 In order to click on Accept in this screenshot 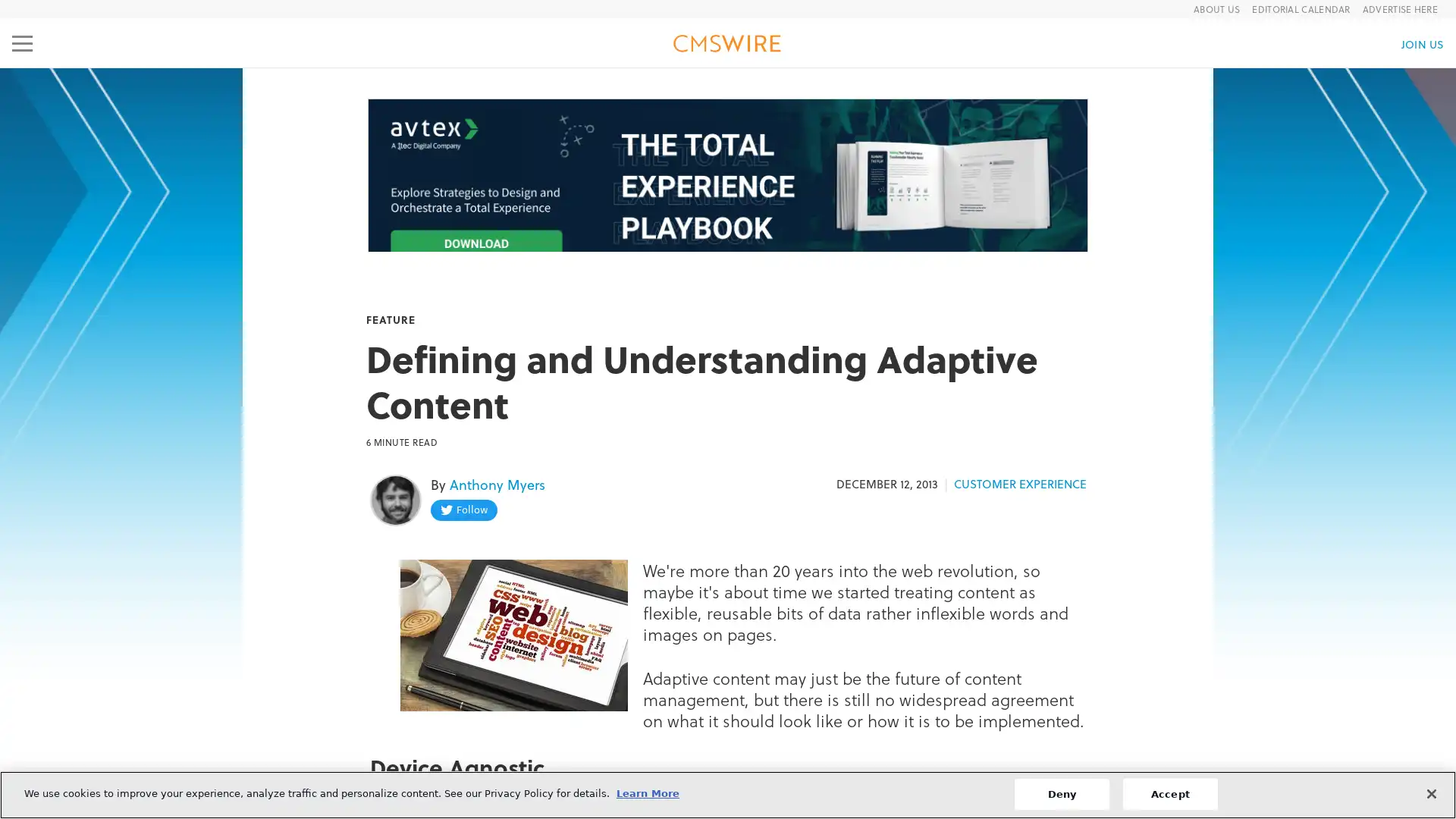, I will do `click(1169, 792)`.